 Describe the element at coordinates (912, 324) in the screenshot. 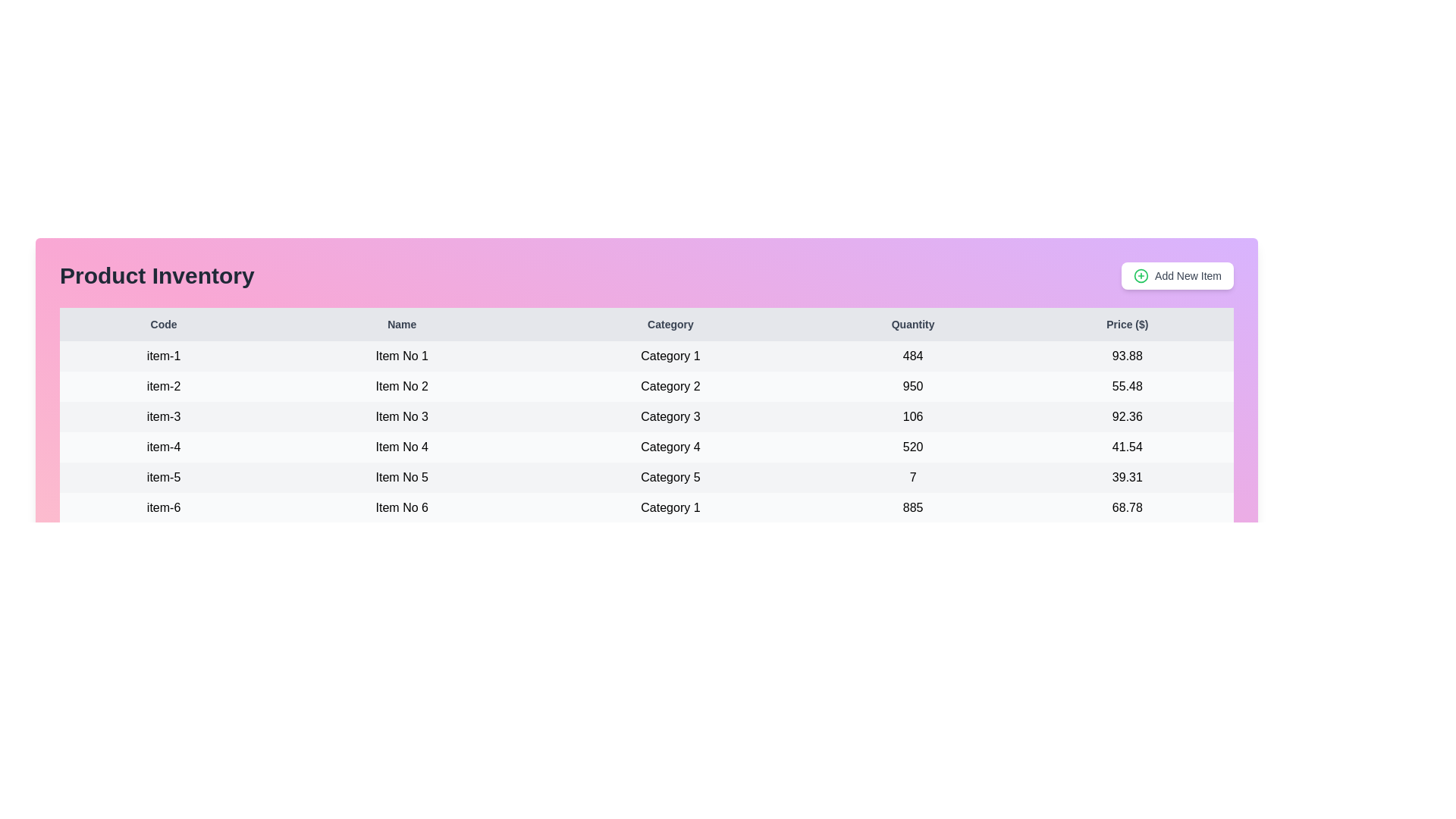

I see `the table header Quantity to observe sorting functionality` at that location.